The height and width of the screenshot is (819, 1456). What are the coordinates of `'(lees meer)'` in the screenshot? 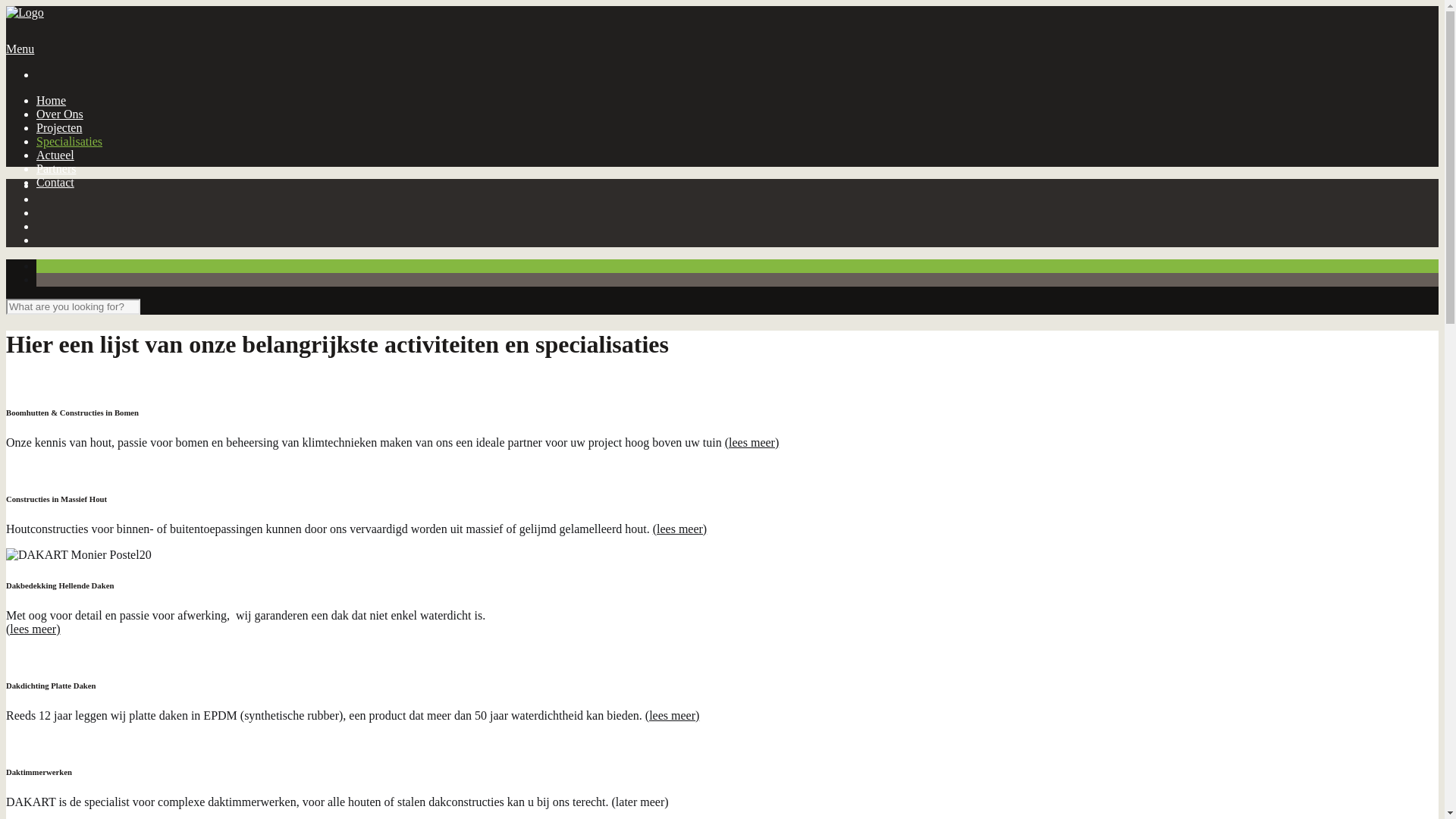 It's located at (672, 715).